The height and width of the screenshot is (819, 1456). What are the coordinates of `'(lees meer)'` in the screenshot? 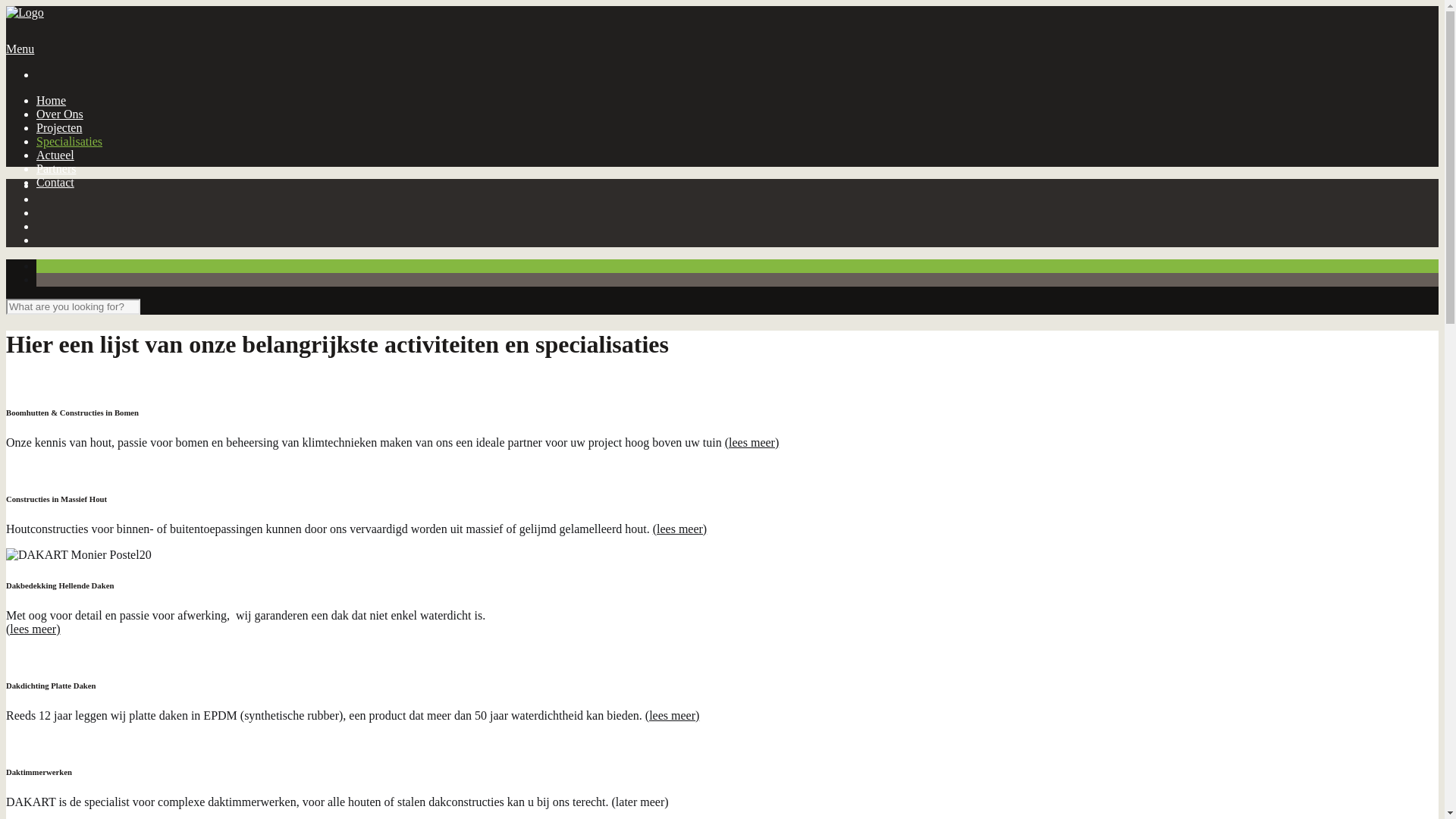 It's located at (672, 715).